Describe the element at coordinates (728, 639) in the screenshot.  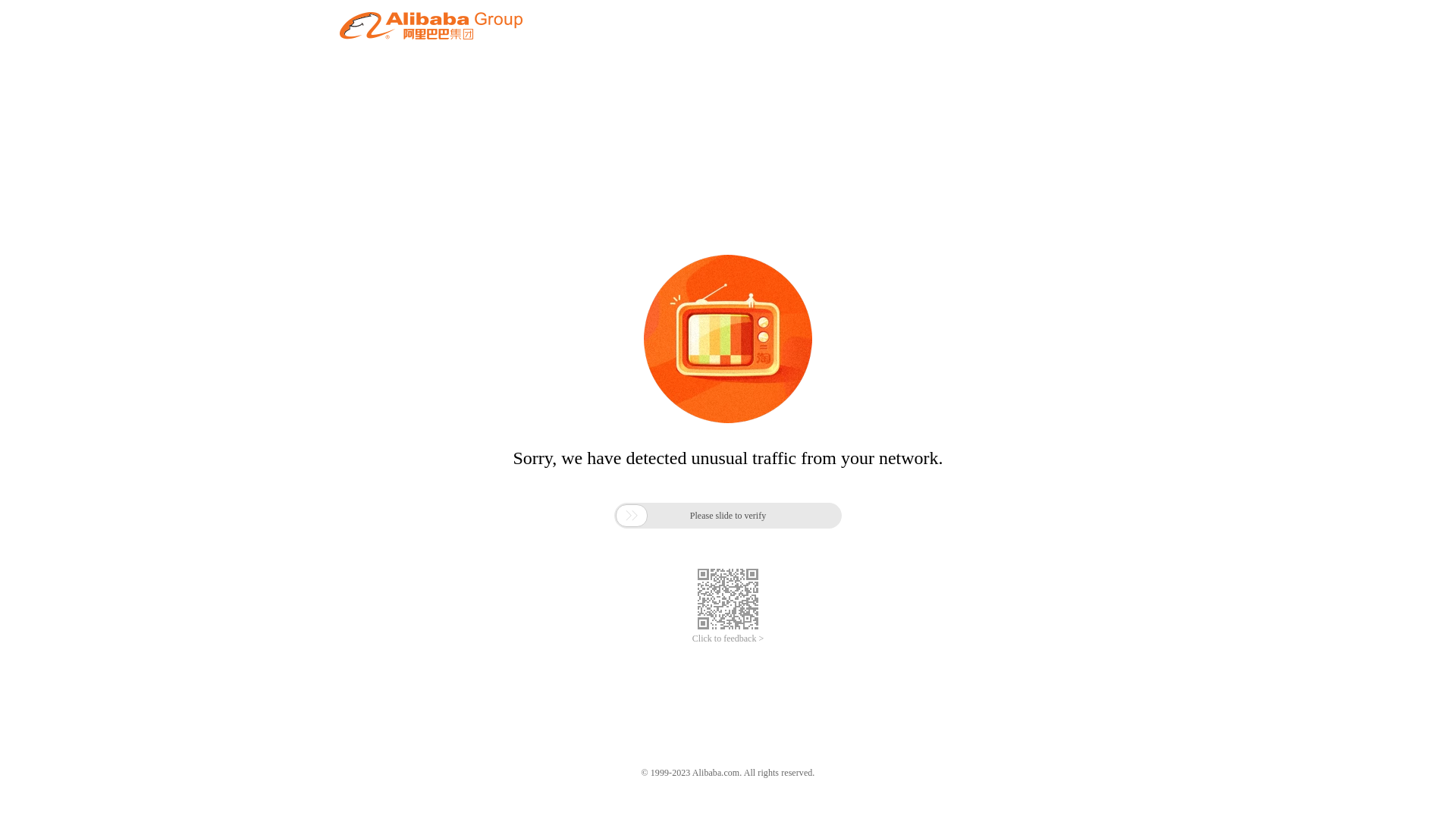
I see `'Click to feedback >'` at that location.